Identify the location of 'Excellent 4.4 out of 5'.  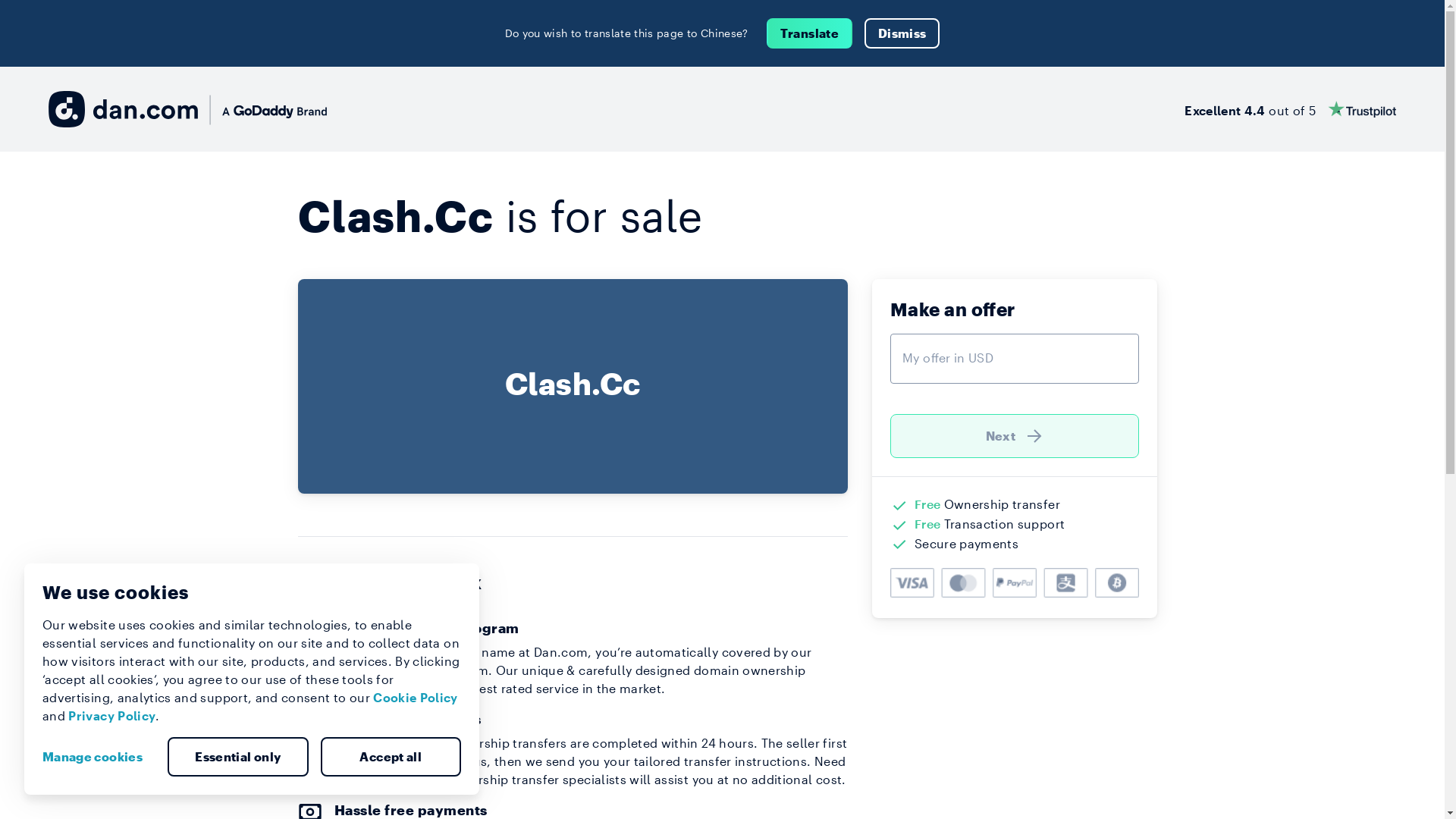
(1183, 108).